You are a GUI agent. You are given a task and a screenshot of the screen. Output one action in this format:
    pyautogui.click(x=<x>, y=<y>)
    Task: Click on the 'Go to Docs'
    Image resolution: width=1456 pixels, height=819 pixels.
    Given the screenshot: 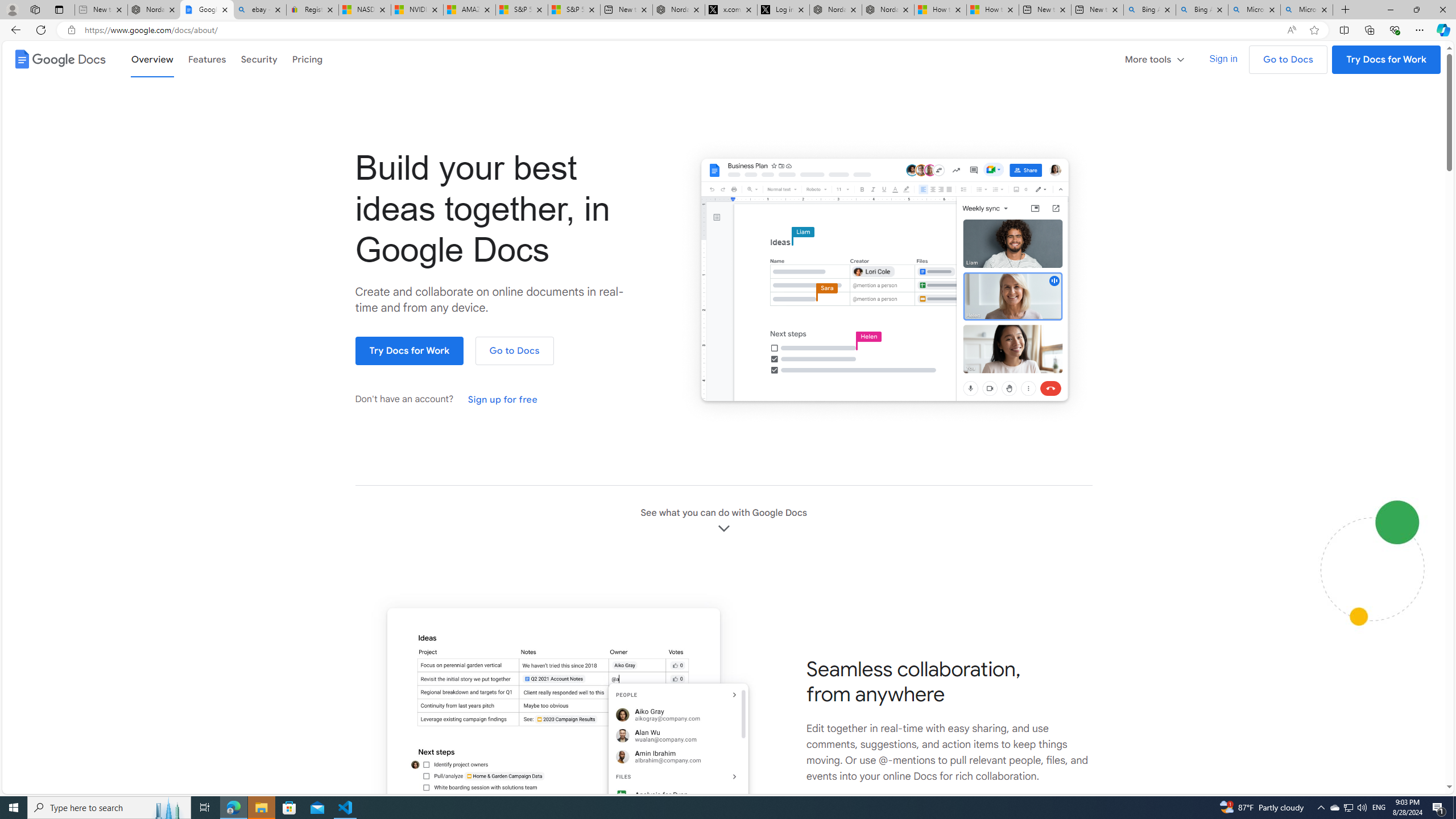 What is the action you would take?
    pyautogui.click(x=513, y=350)
    